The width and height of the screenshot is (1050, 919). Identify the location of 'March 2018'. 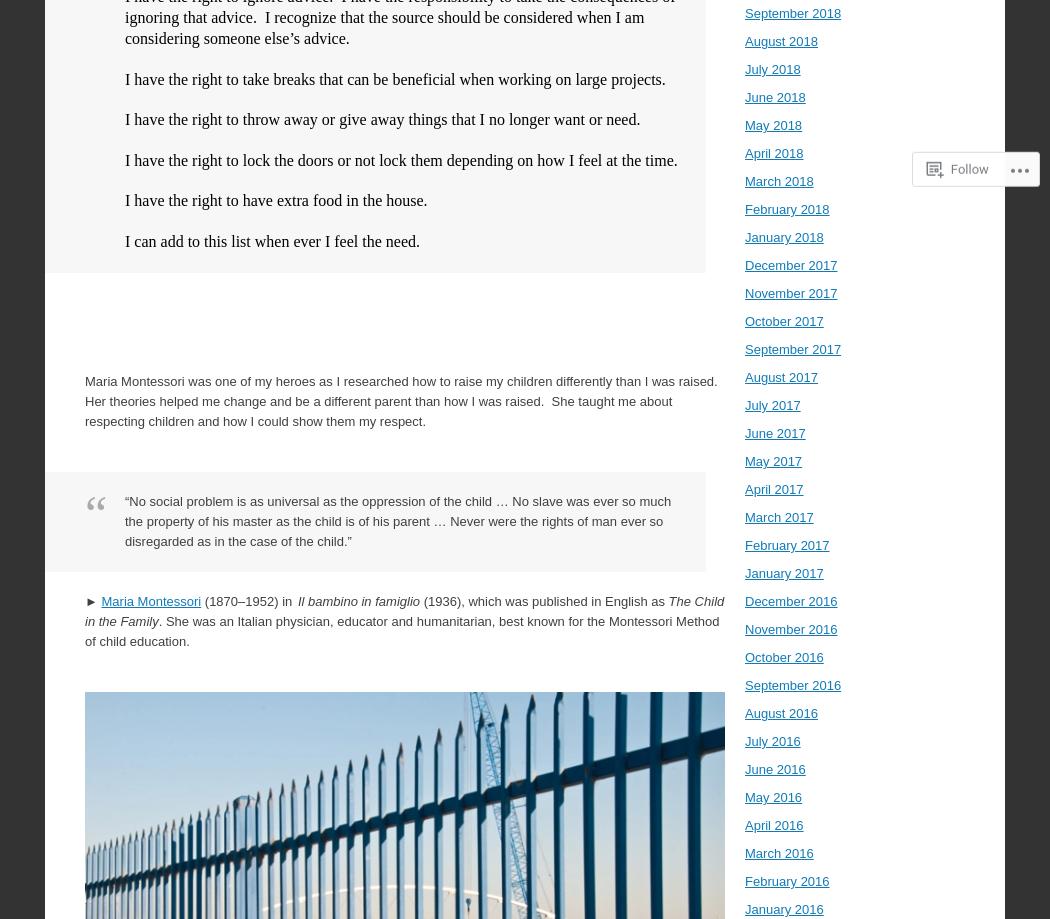
(743, 180).